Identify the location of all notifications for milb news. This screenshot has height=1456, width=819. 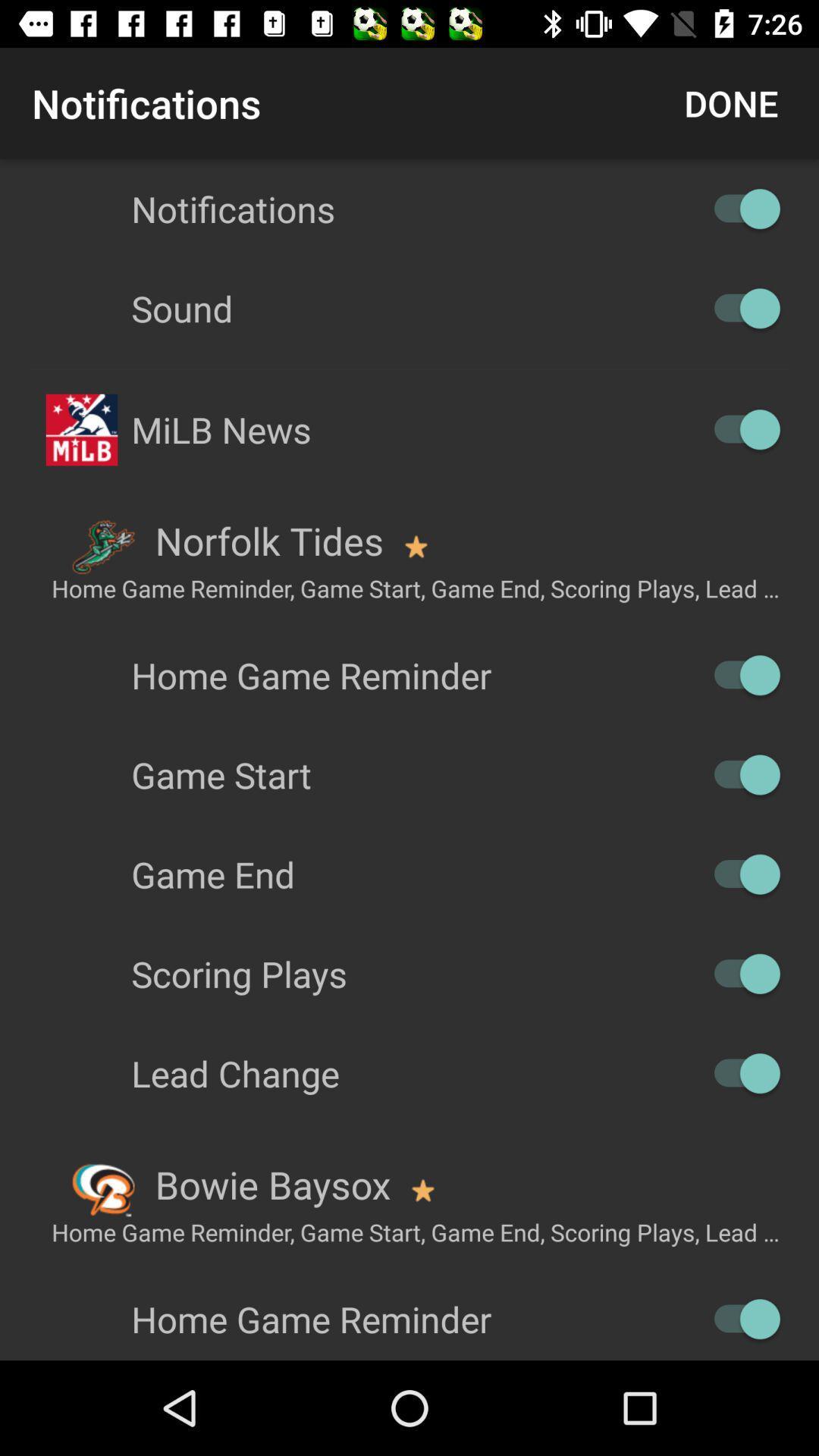
(739, 428).